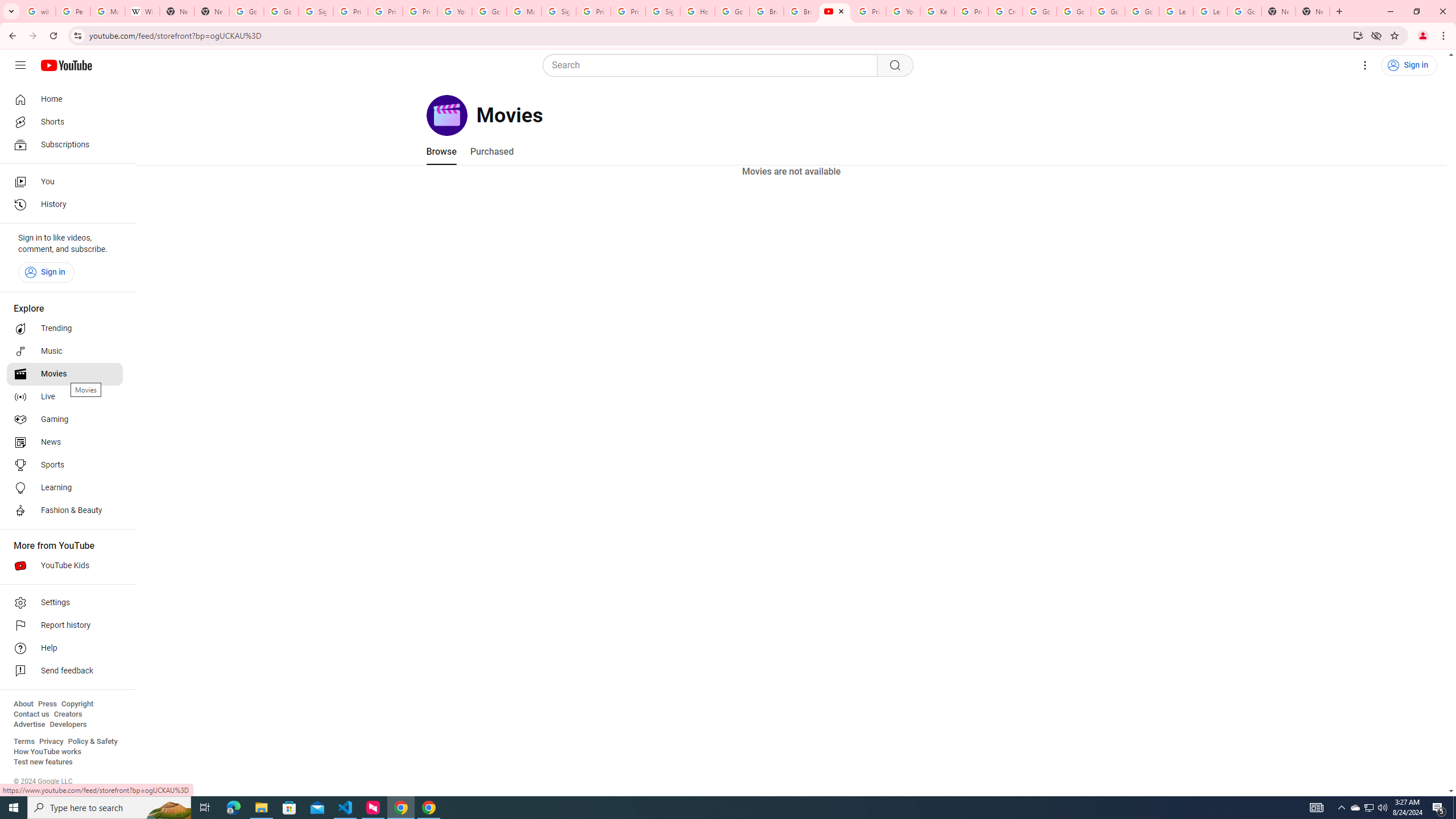  What do you see at coordinates (31, 714) in the screenshot?
I see `'Contact us'` at bounding box center [31, 714].